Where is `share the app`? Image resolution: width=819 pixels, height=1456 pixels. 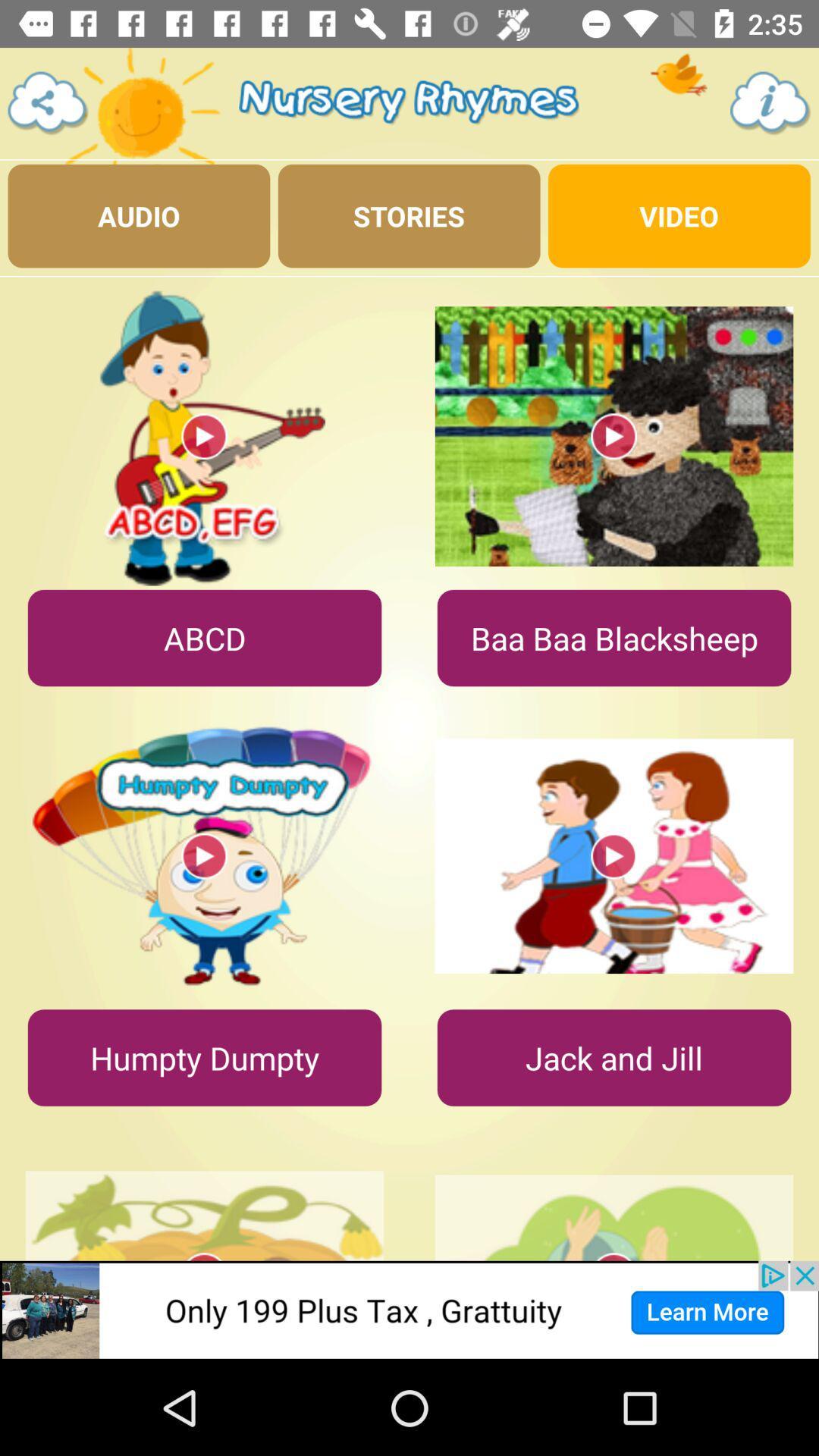
share the app is located at coordinates (47, 102).